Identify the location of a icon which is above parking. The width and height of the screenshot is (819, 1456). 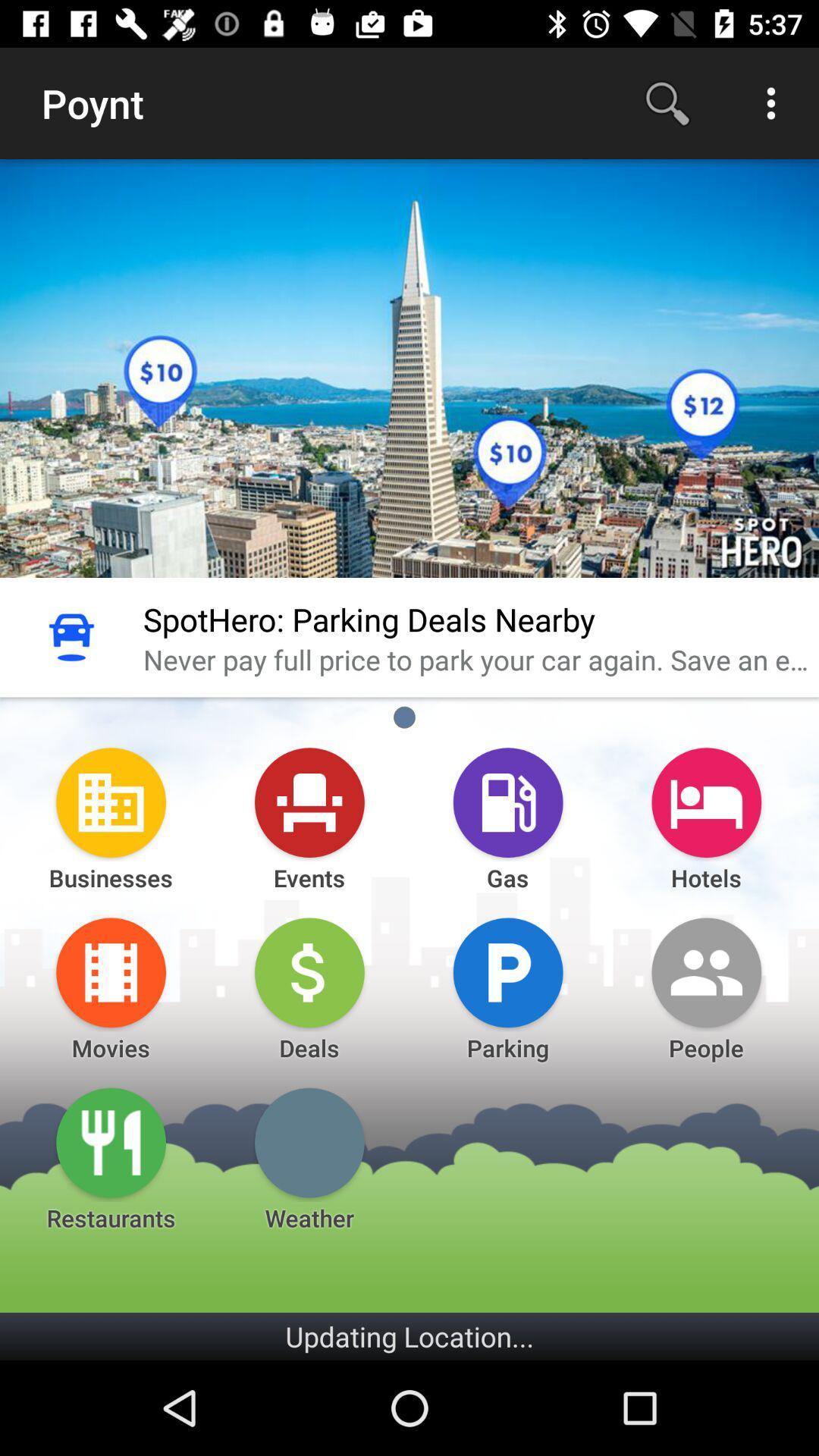
(508, 972).